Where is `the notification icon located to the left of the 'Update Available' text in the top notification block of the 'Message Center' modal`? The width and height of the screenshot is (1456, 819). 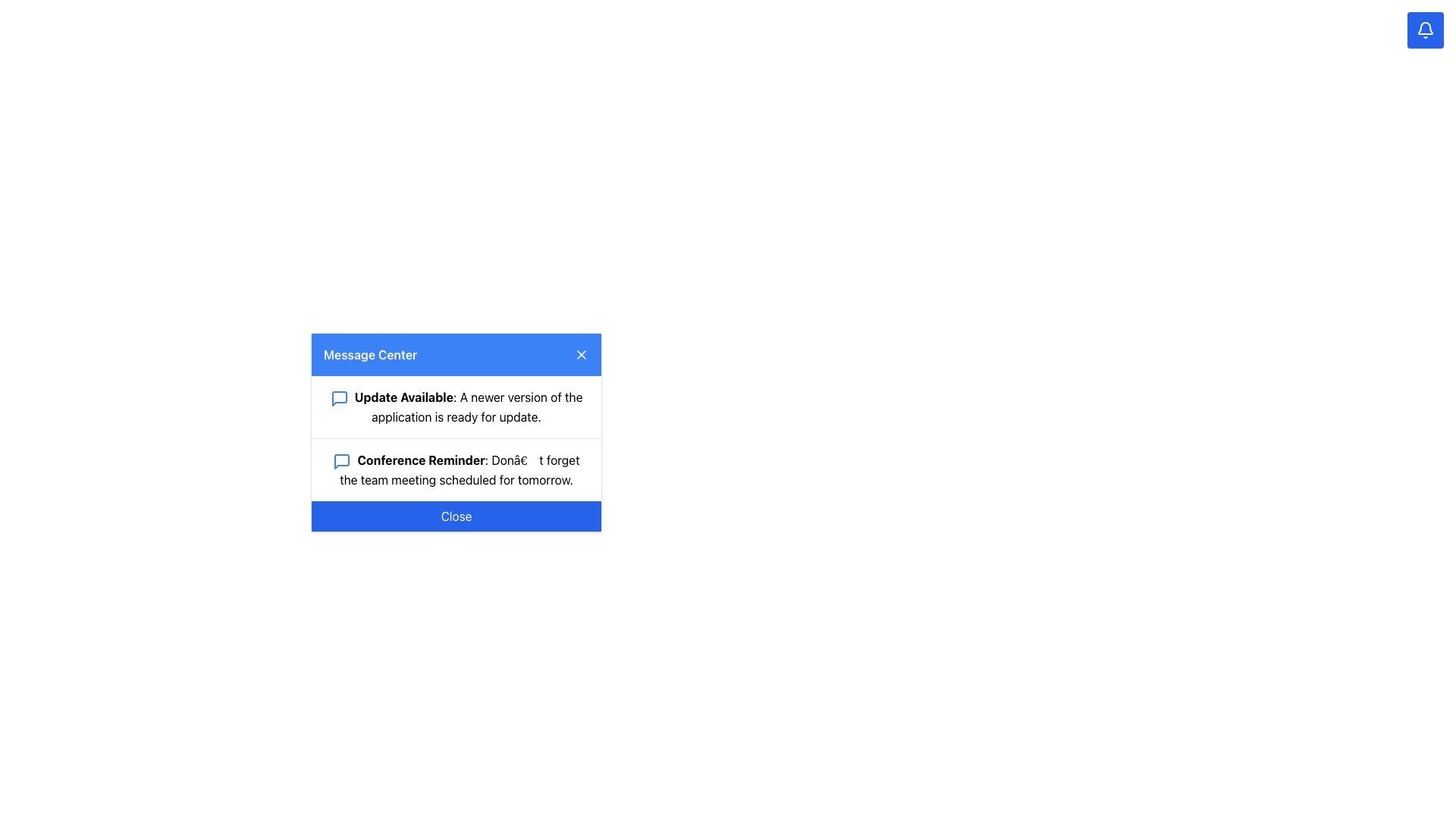
the notification icon located to the left of the 'Update Available' text in the top notification block of the 'Message Center' modal is located at coordinates (338, 397).